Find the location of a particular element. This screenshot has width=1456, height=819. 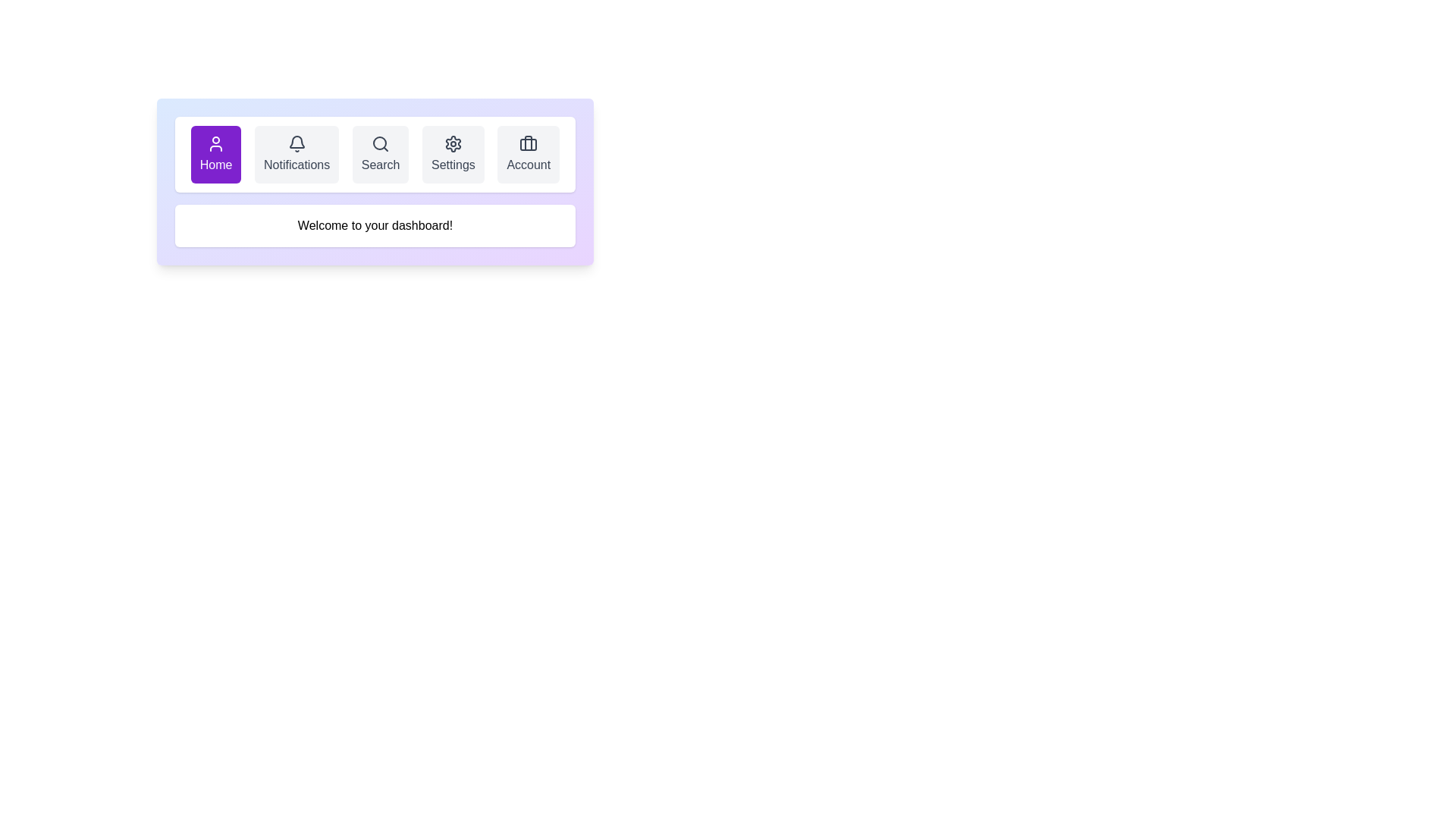

the search icon represented by a magnifying glass is located at coordinates (381, 143).